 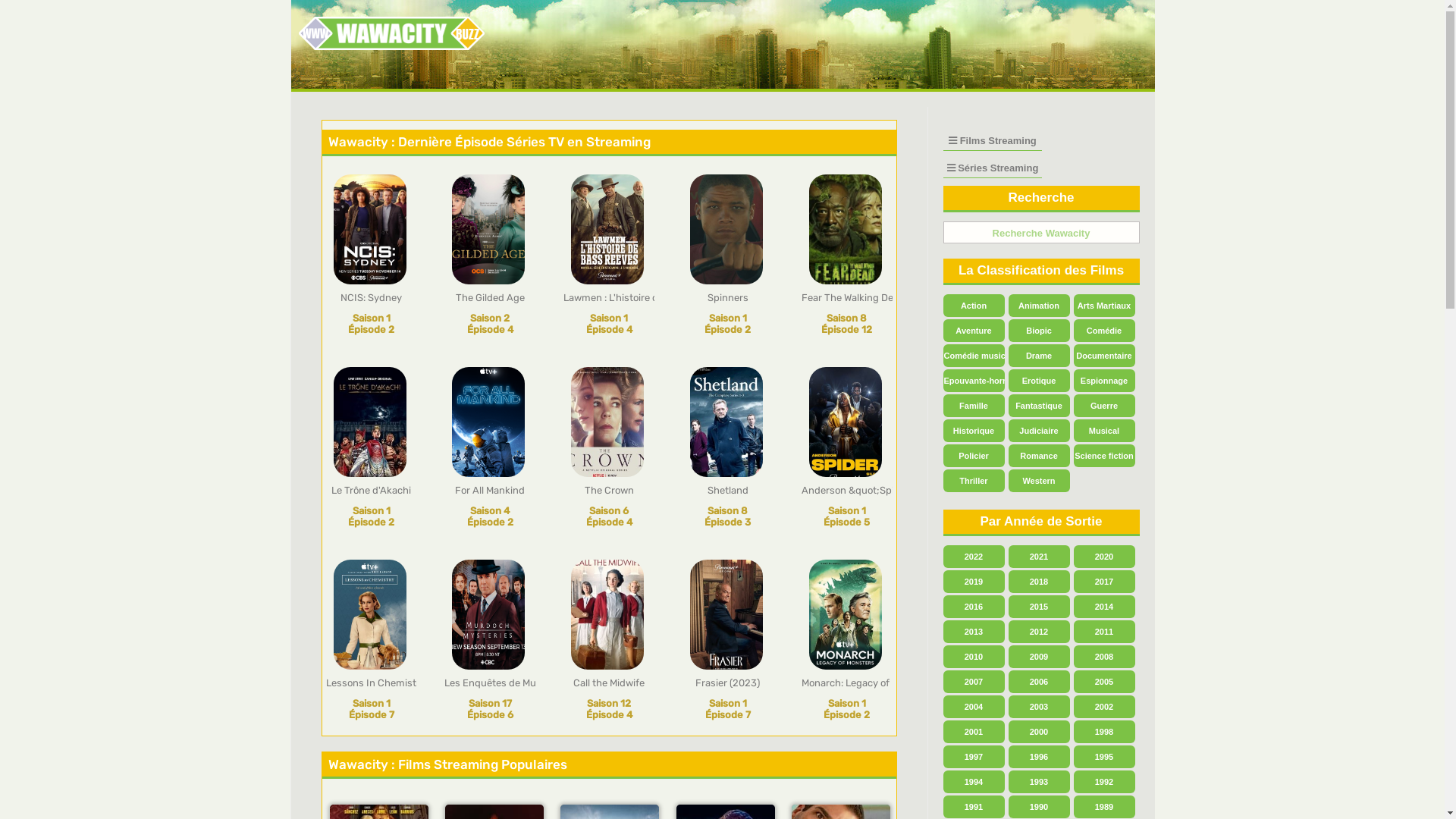 What do you see at coordinates (1038, 707) in the screenshot?
I see `'2003'` at bounding box center [1038, 707].